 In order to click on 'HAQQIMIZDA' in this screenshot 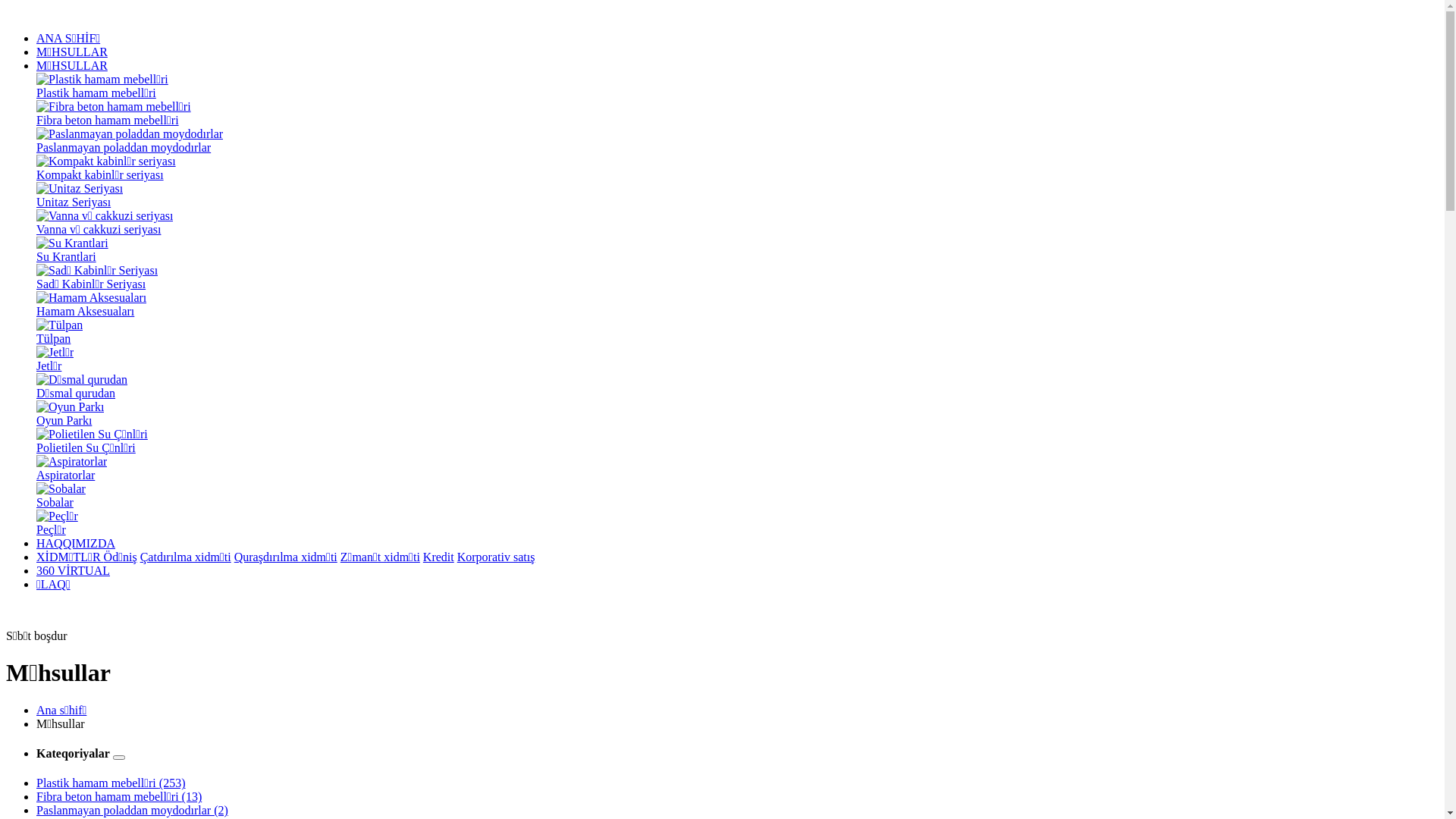, I will do `click(75, 542)`.